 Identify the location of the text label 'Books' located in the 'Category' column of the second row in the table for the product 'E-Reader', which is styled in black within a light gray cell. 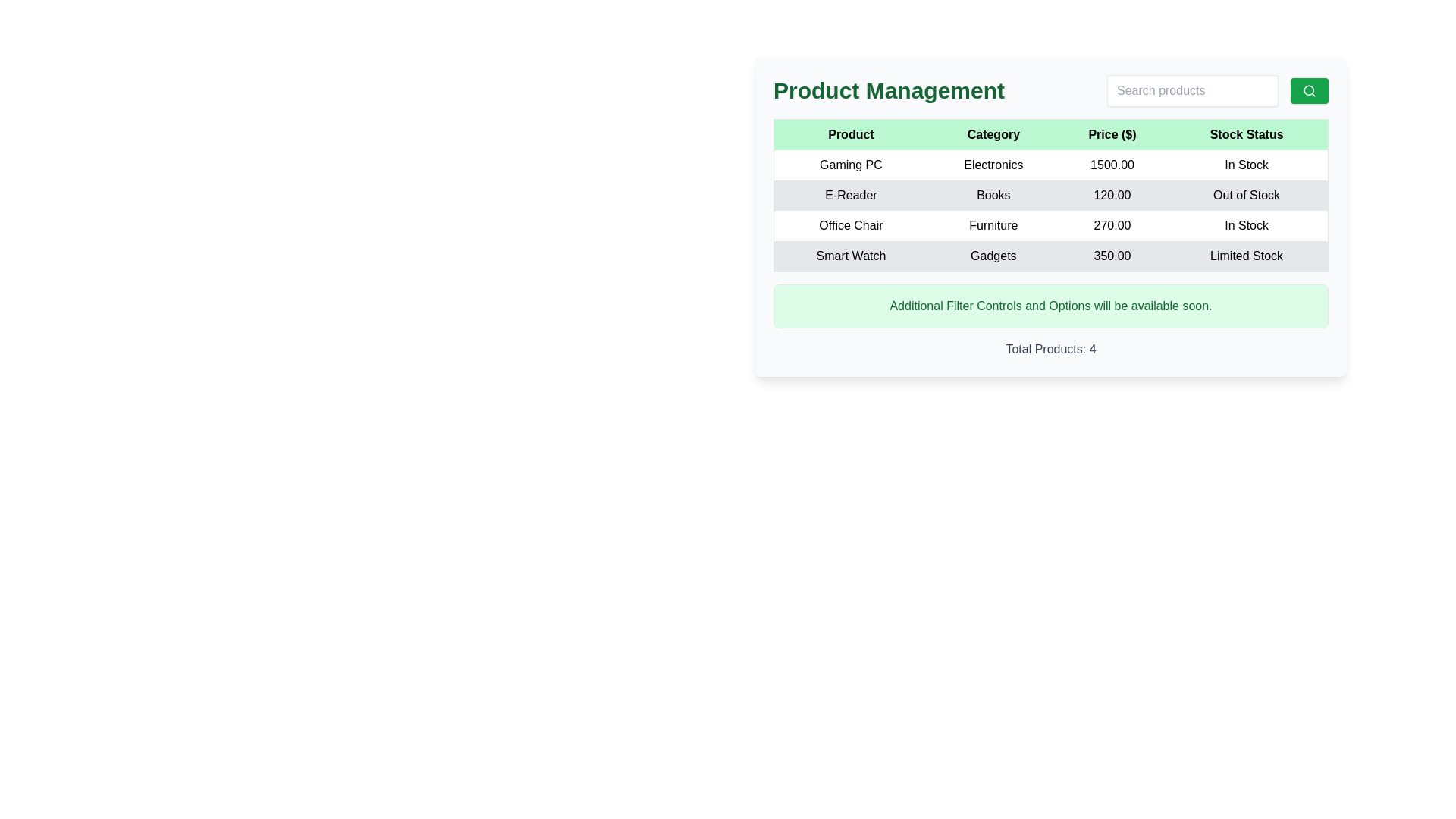
(993, 195).